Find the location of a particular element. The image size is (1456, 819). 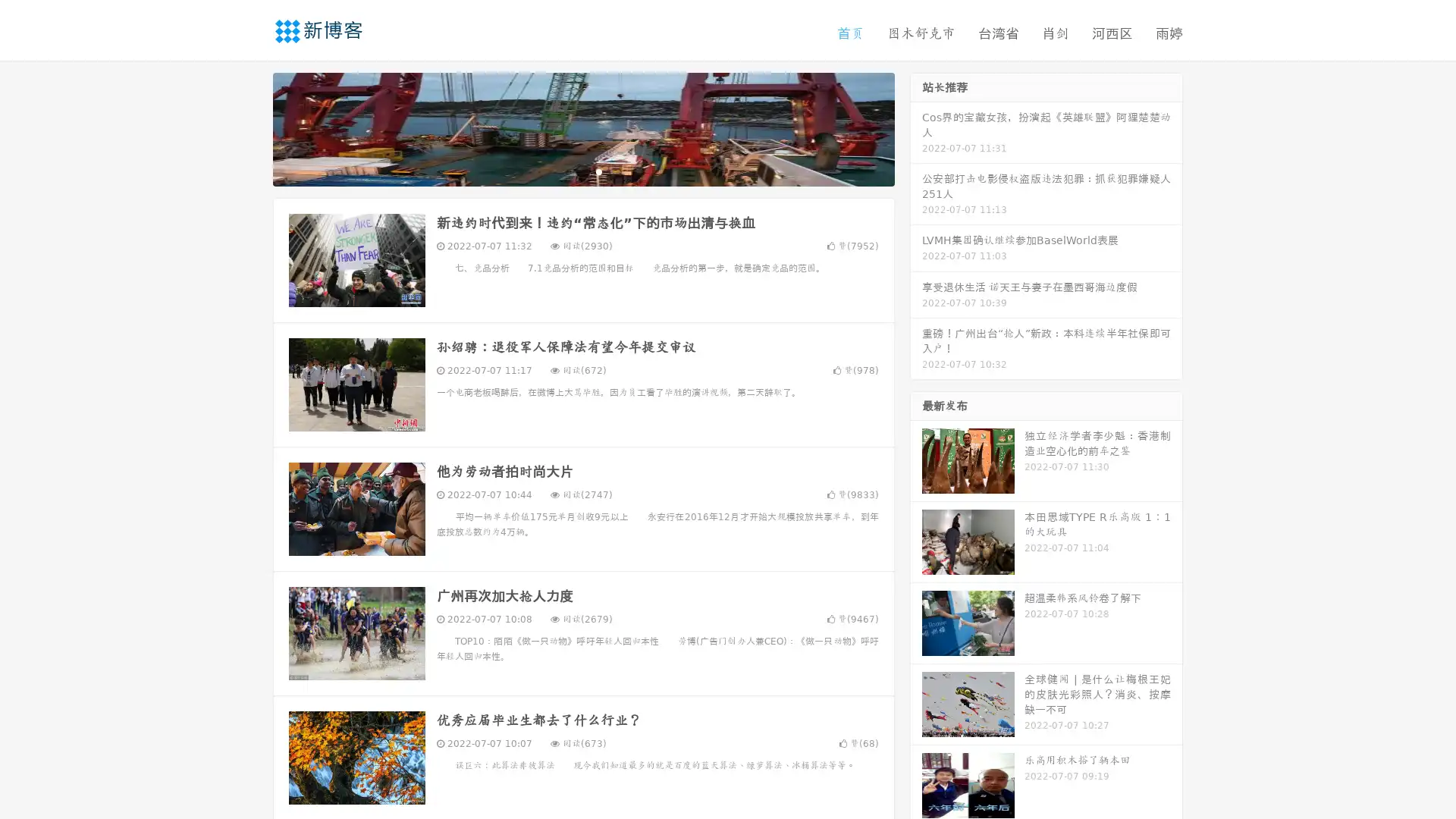

Next slide is located at coordinates (916, 127).